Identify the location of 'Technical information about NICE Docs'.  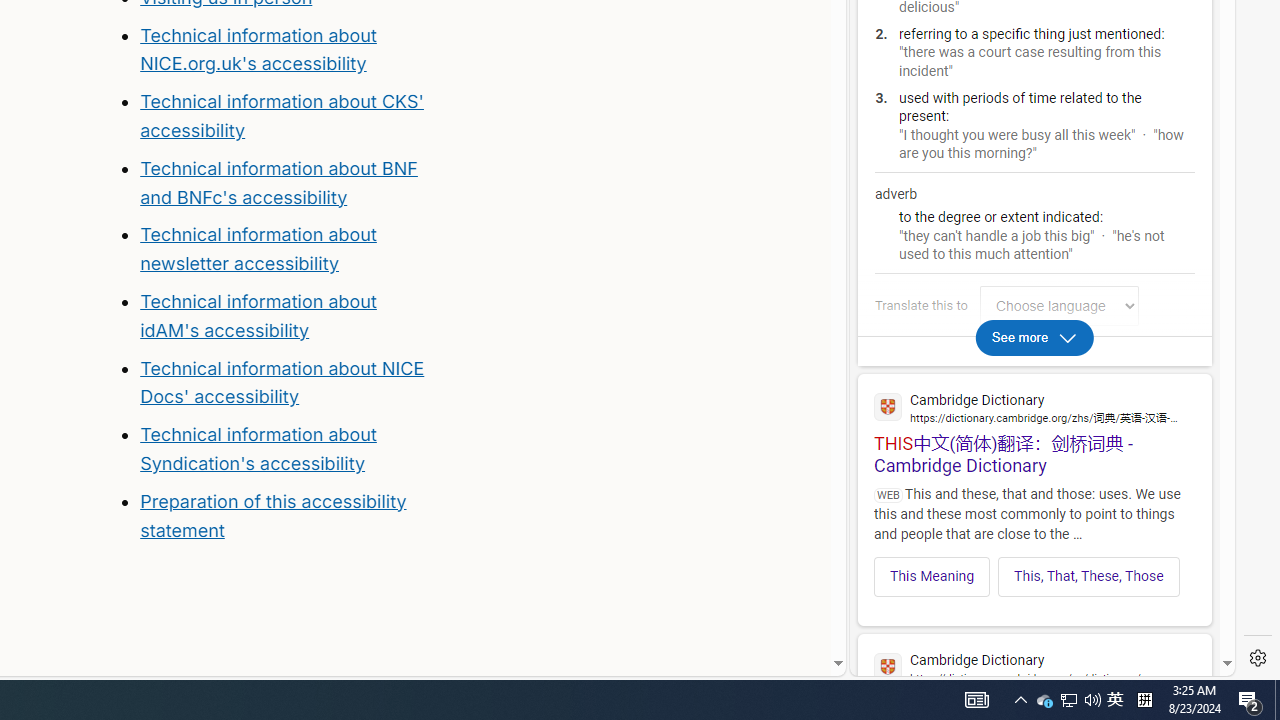
(281, 382).